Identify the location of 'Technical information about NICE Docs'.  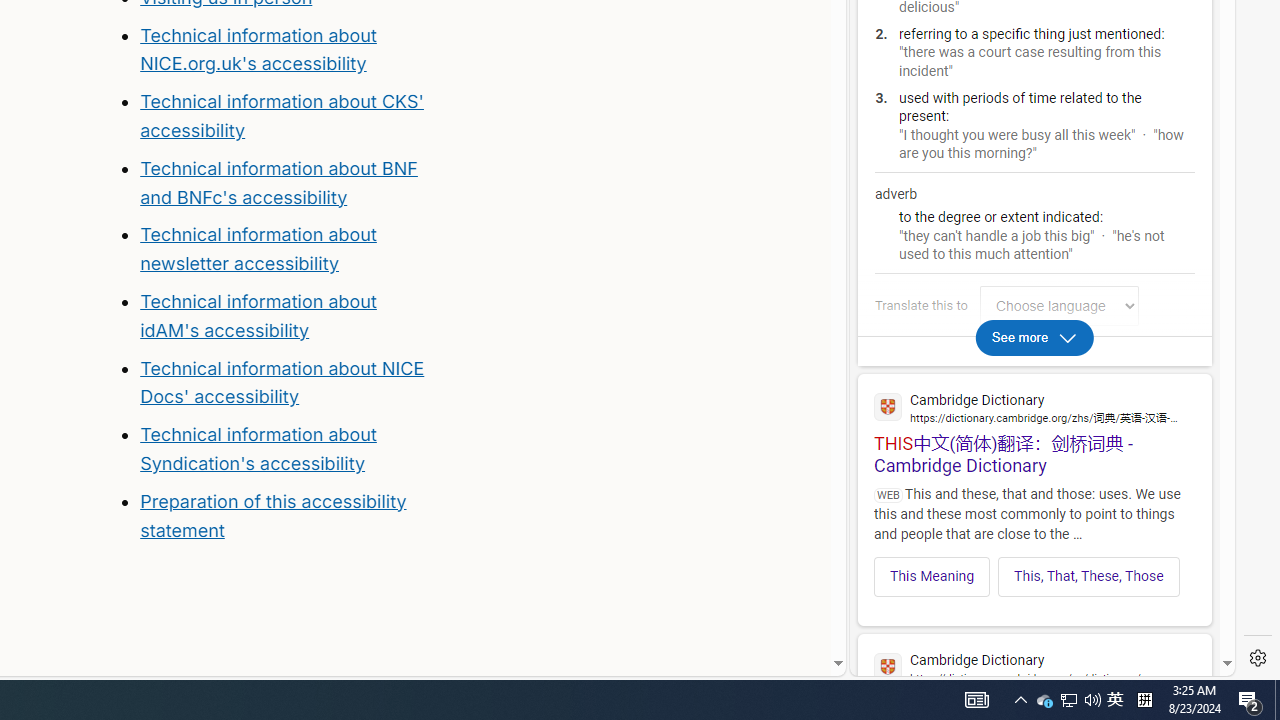
(281, 382).